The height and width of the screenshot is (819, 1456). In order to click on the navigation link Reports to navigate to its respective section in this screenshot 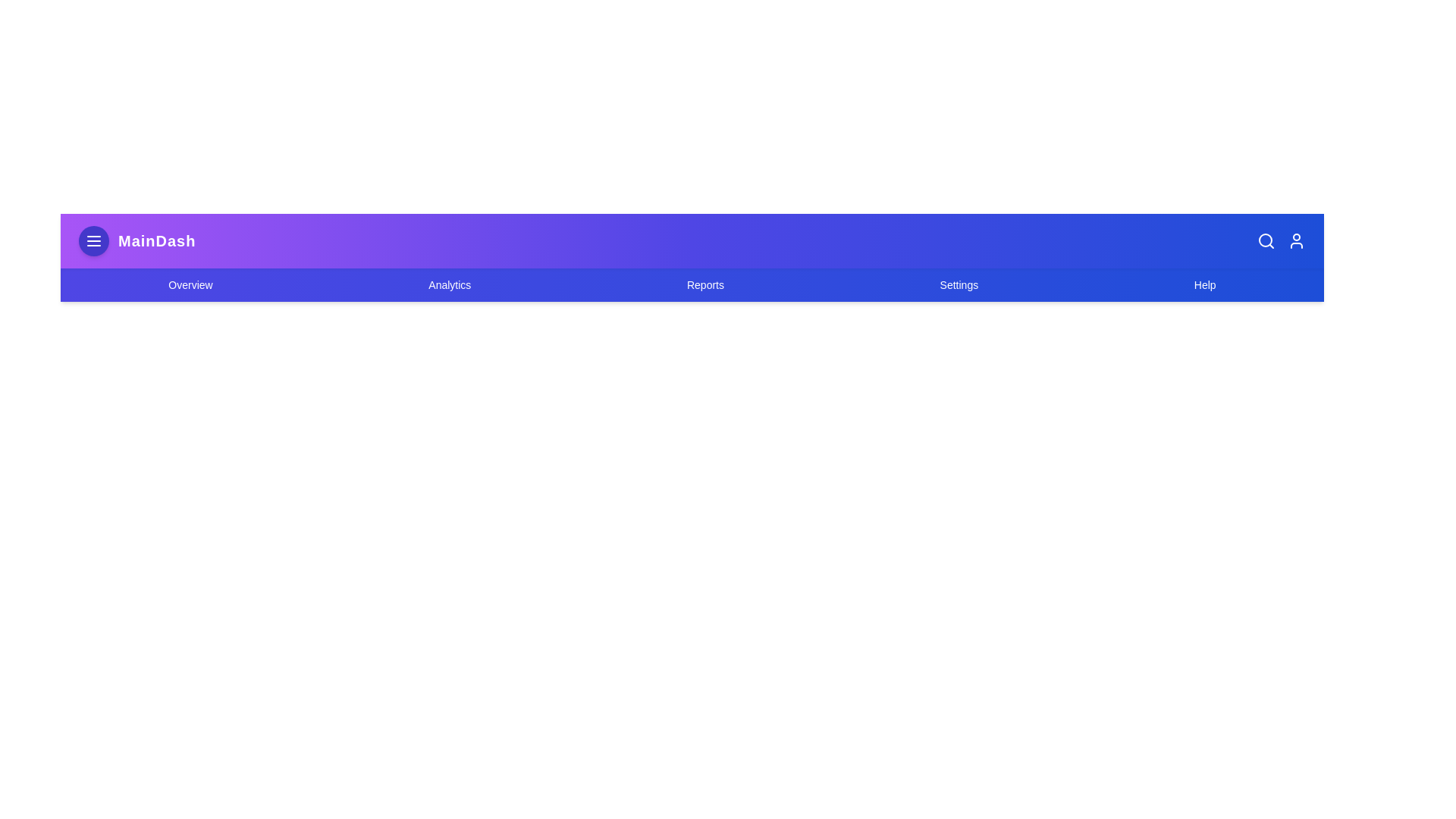, I will do `click(704, 284)`.